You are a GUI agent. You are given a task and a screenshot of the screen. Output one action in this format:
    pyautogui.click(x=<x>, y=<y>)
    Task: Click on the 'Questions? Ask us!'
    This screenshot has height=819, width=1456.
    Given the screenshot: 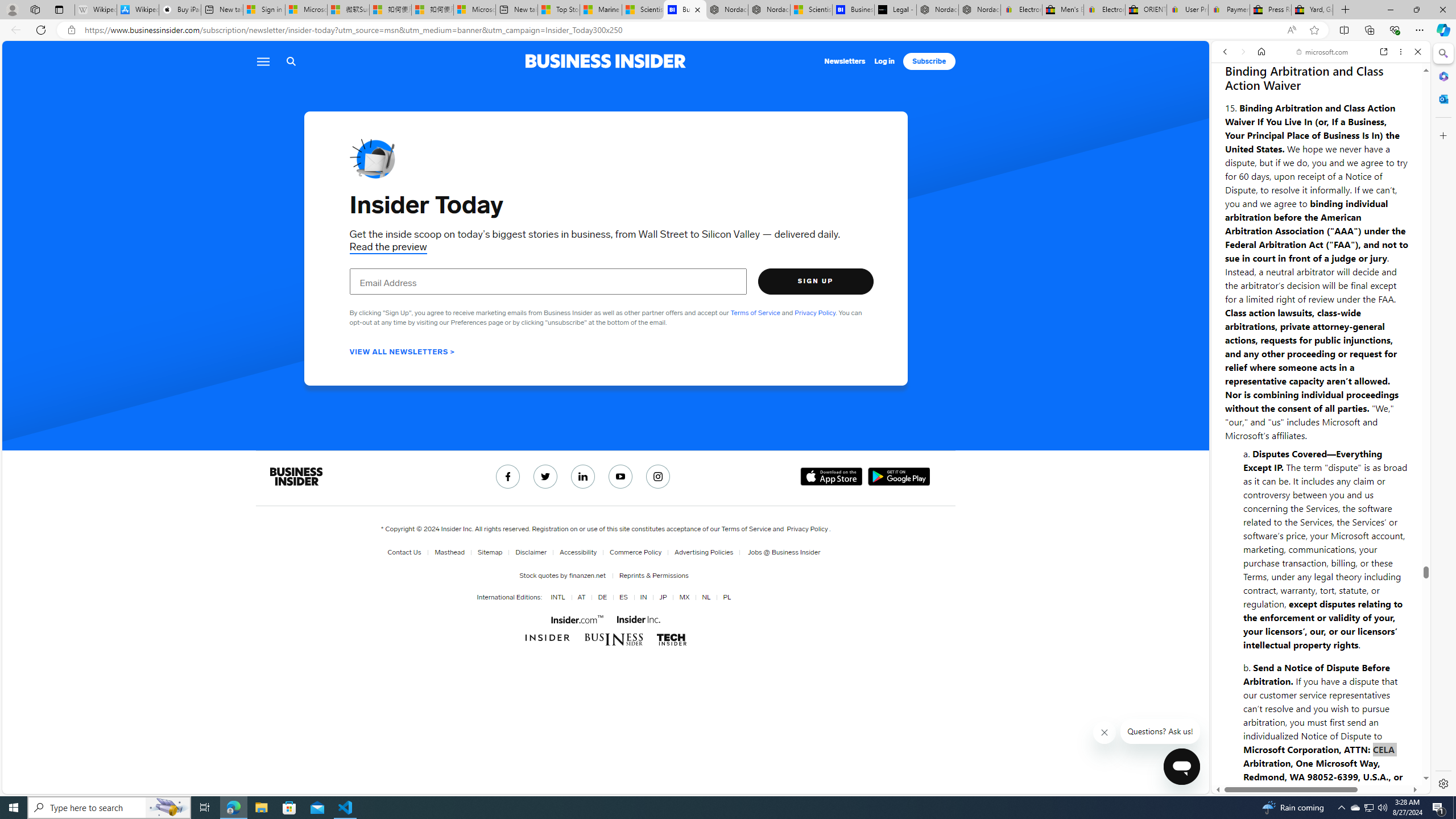 What is the action you would take?
    pyautogui.click(x=1161, y=730)
    